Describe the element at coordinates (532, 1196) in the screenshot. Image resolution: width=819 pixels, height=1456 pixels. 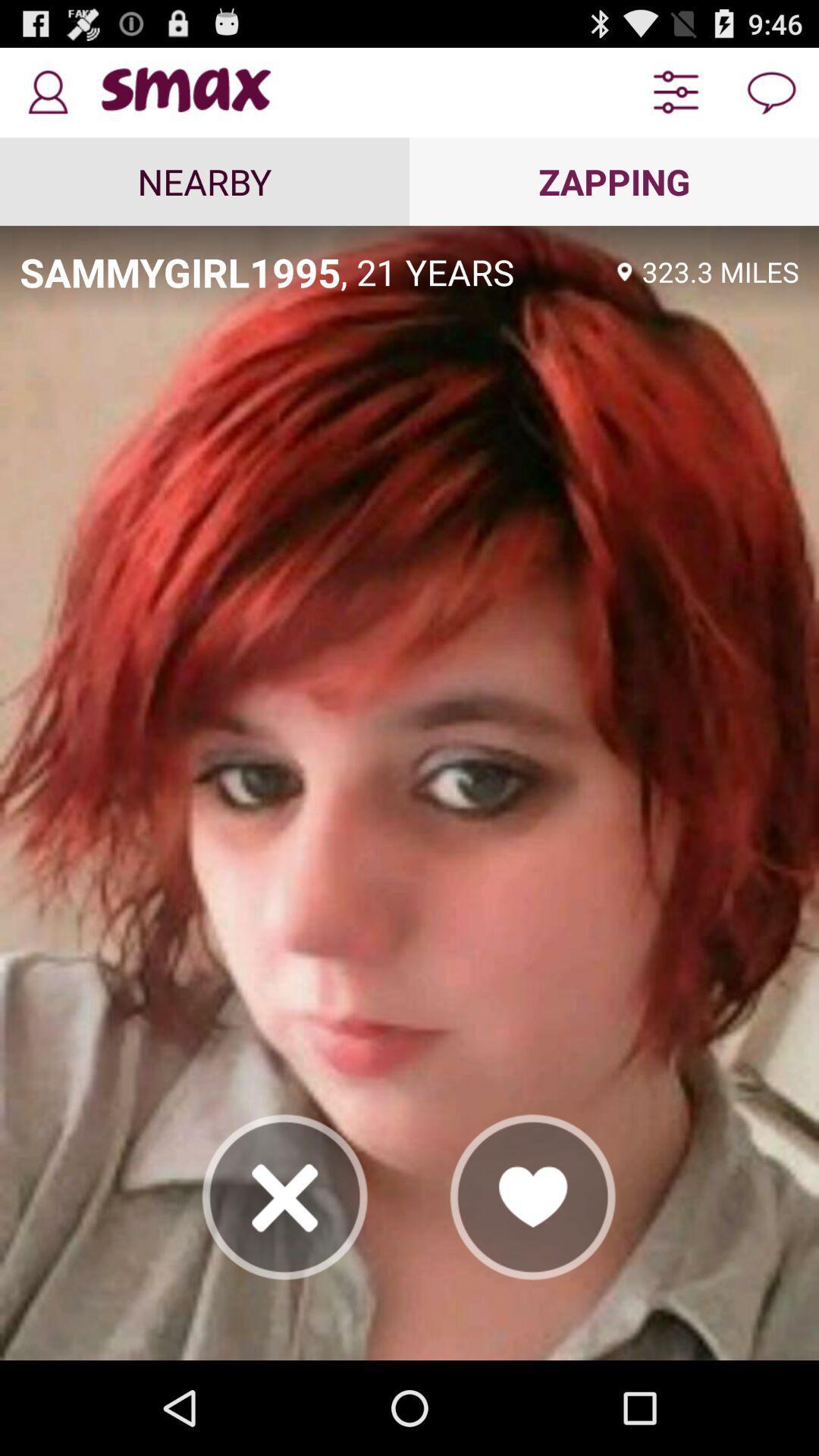
I see `item below the , 21 years` at that location.